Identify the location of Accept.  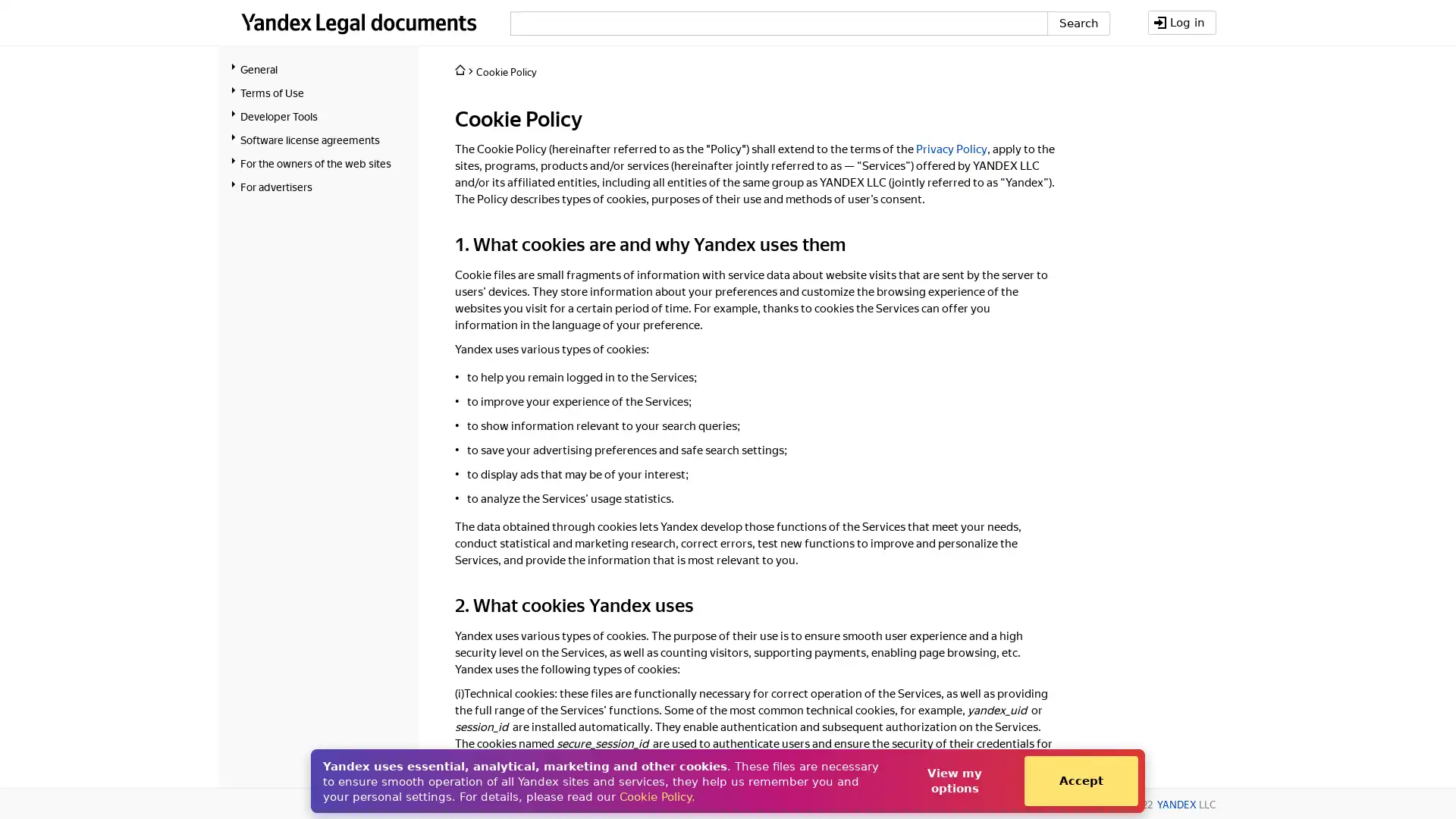
(1080, 780).